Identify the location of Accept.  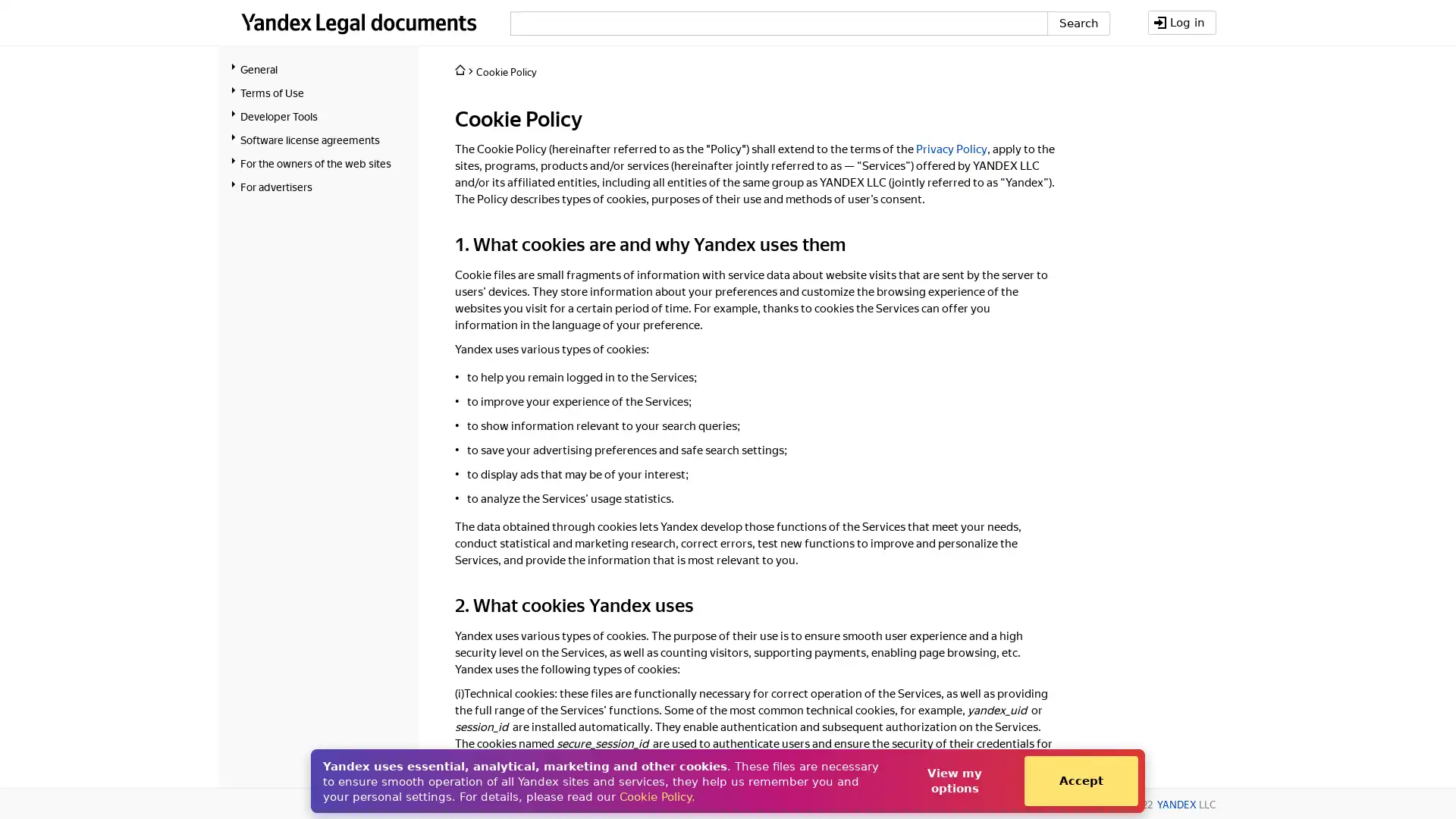
(1080, 780).